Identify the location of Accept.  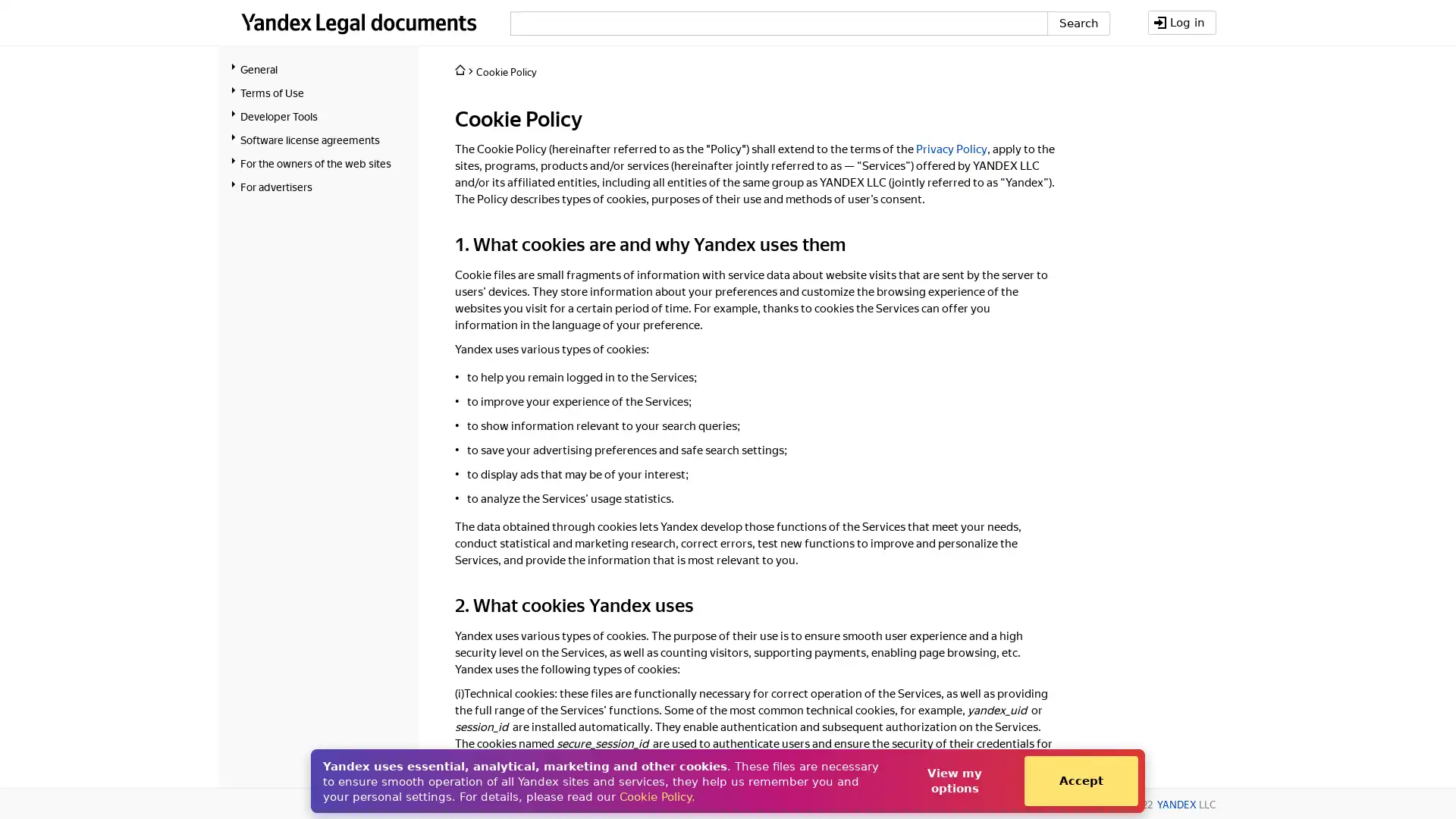
(1080, 780).